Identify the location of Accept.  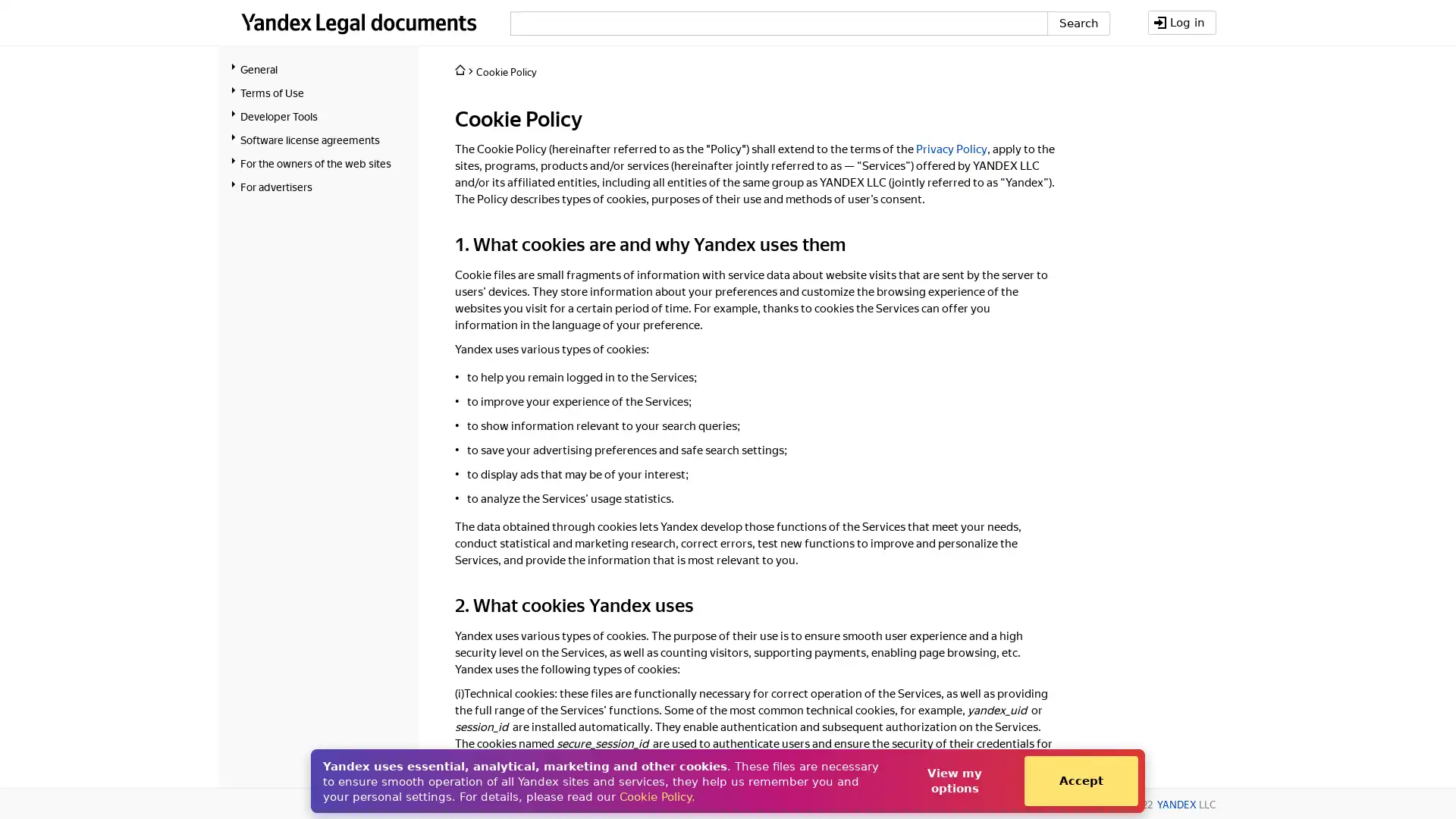
(1080, 780).